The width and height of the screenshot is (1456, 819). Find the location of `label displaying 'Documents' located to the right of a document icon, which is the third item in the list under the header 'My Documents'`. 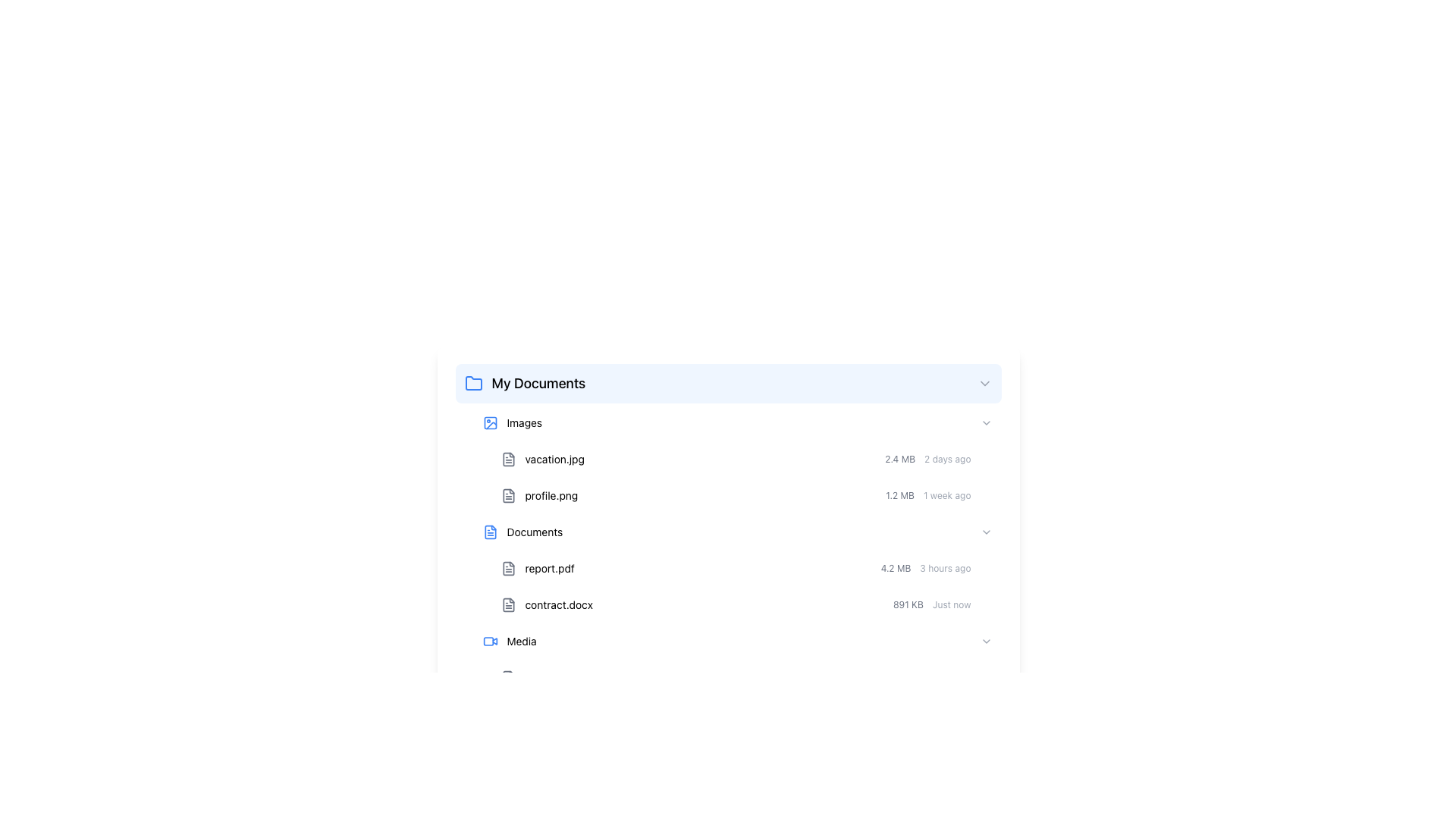

label displaying 'Documents' located to the right of a document icon, which is the third item in the list under the header 'My Documents' is located at coordinates (535, 532).